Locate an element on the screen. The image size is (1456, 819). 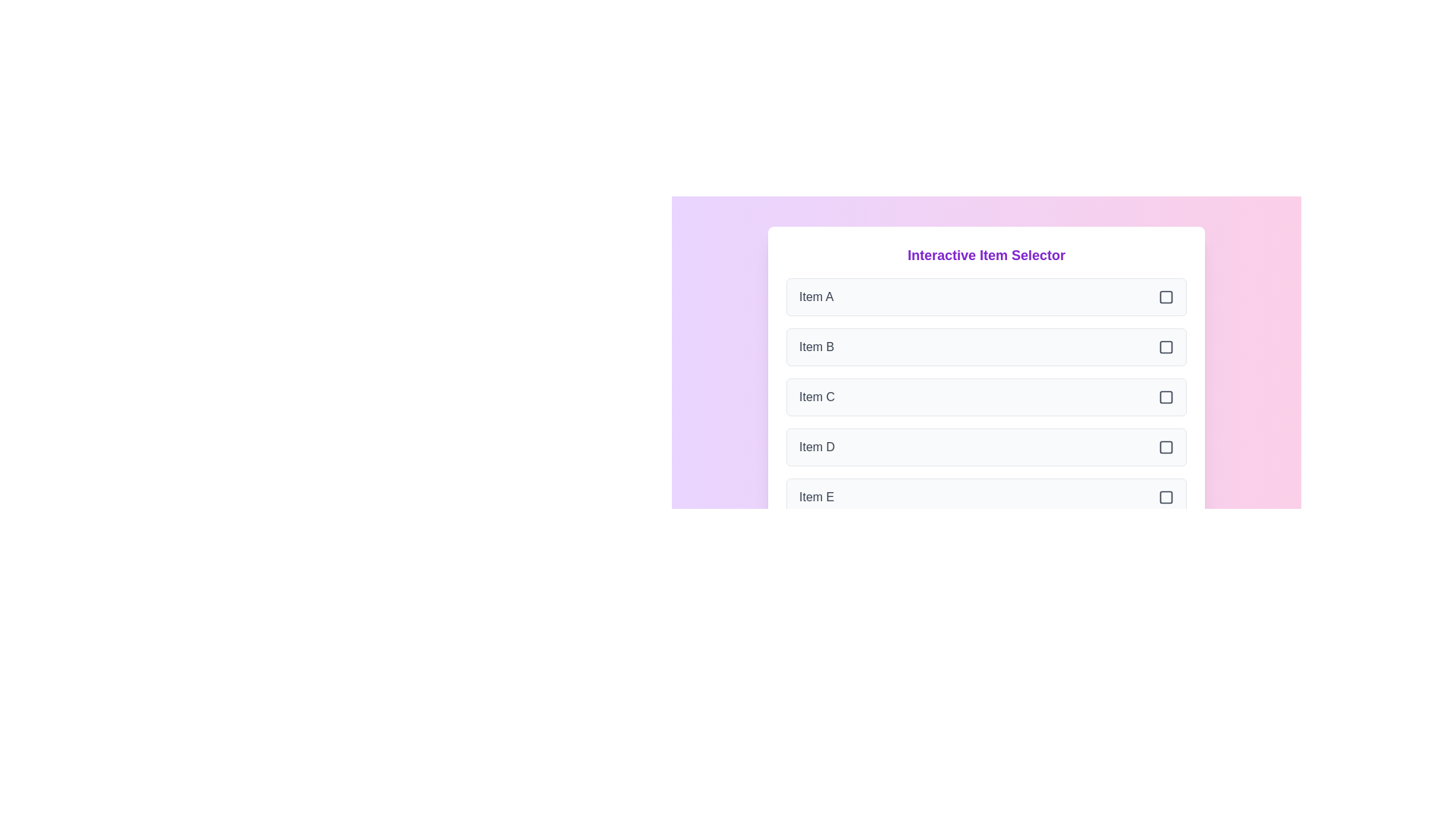
the item Item D to observe its hover effect is located at coordinates (986, 447).